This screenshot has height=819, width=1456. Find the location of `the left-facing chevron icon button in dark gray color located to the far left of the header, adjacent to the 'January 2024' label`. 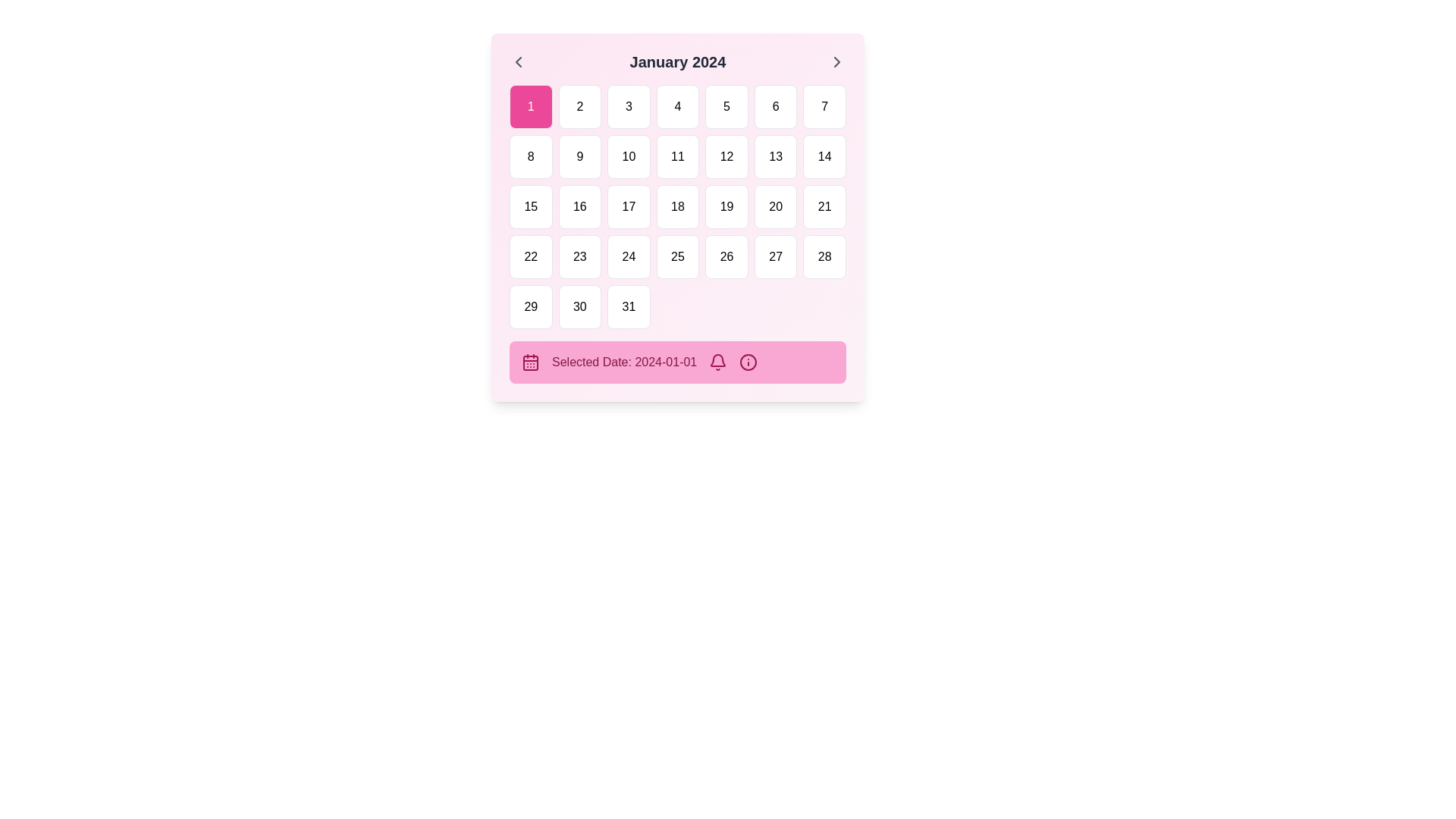

the left-facing chevron icon button in dark gray color located to the far left of the header, adjacent to the 'January 2024' label is located at coordinates (519, 61).